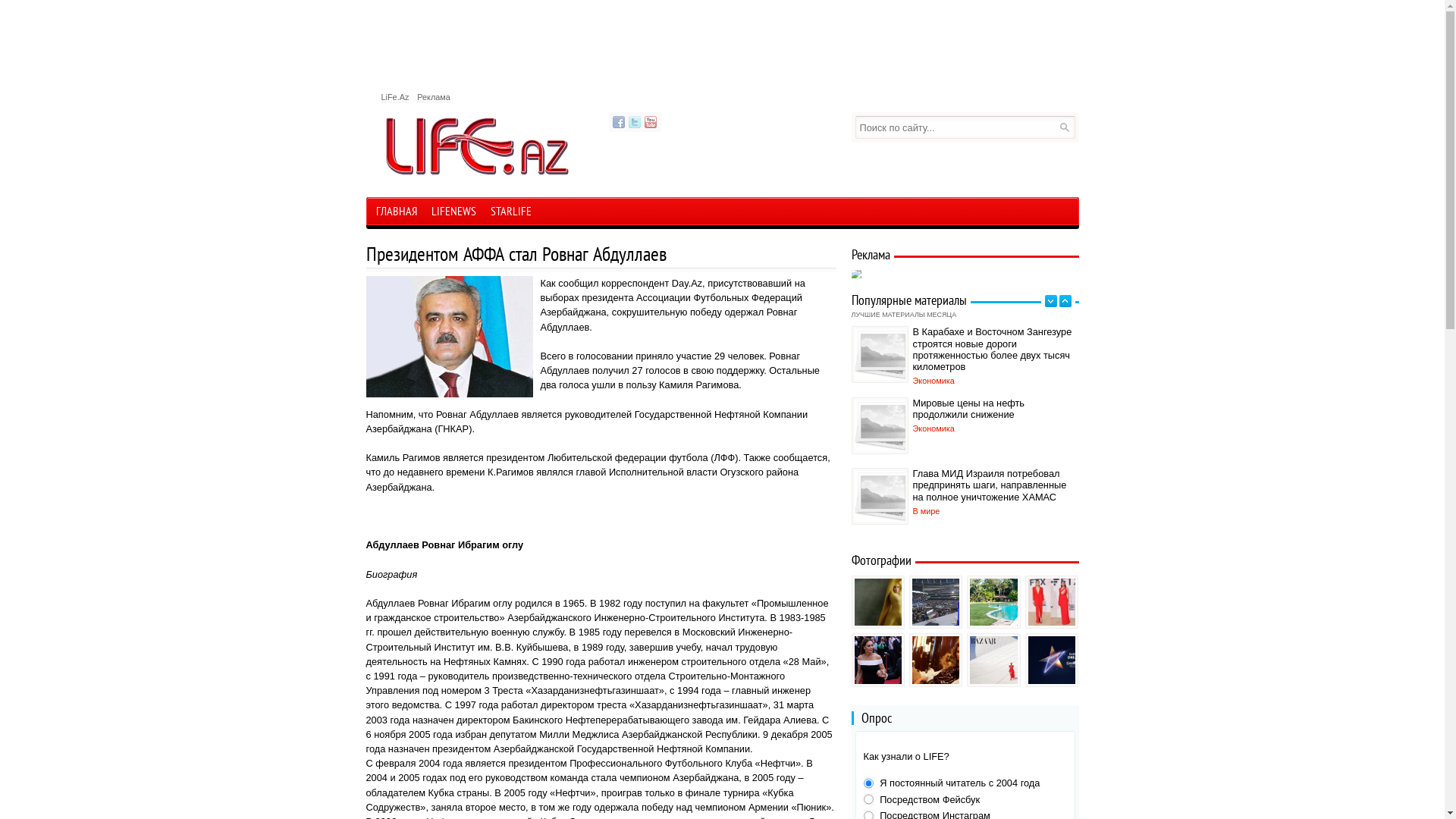  Describe the element at coordinates (633, 121) in the screenshot. I see `'Twitter'` at that location.